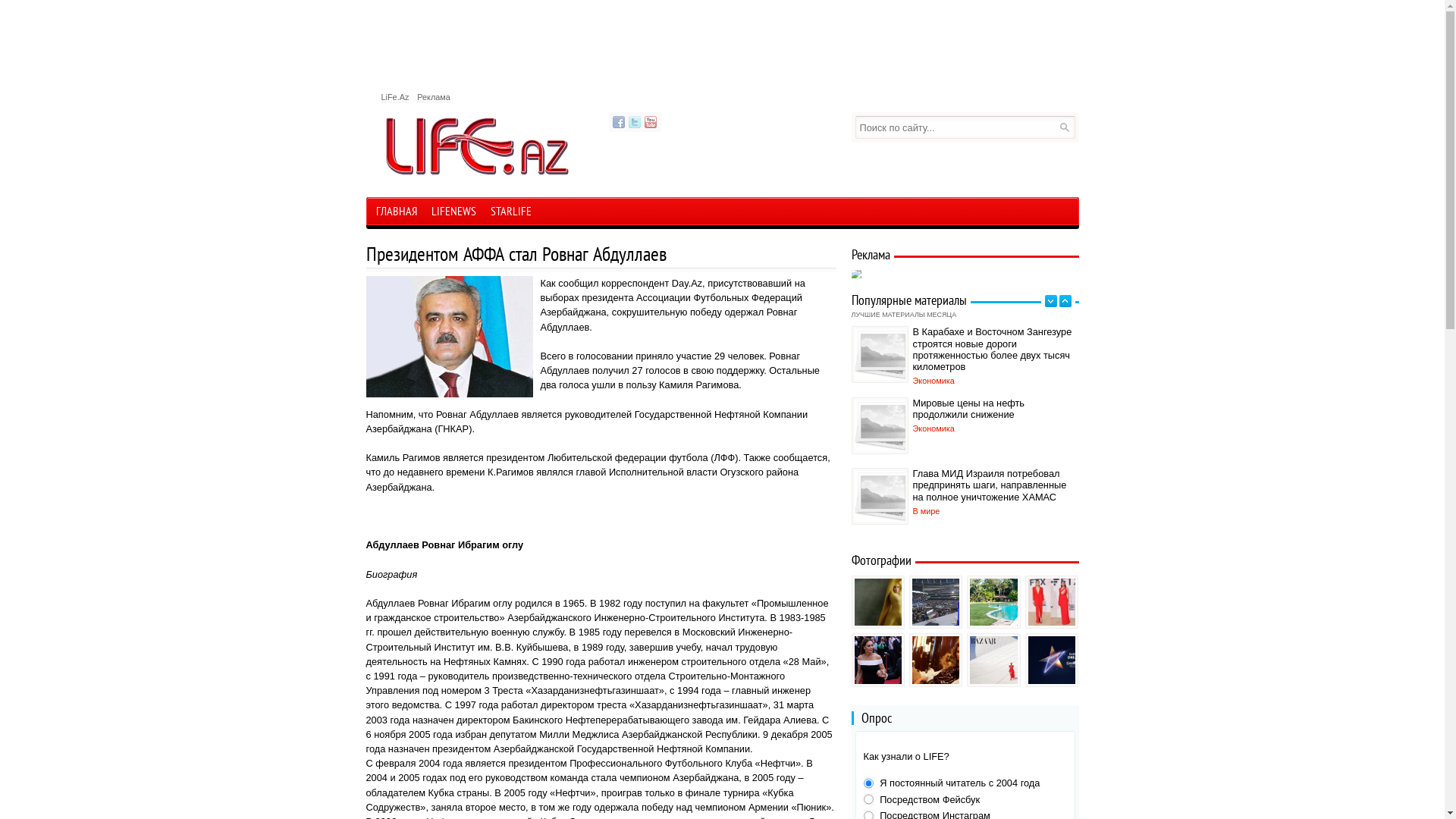  Describe the element at coordinates (633, 121) in the screenshot. I see `'Twitter'` at that location.